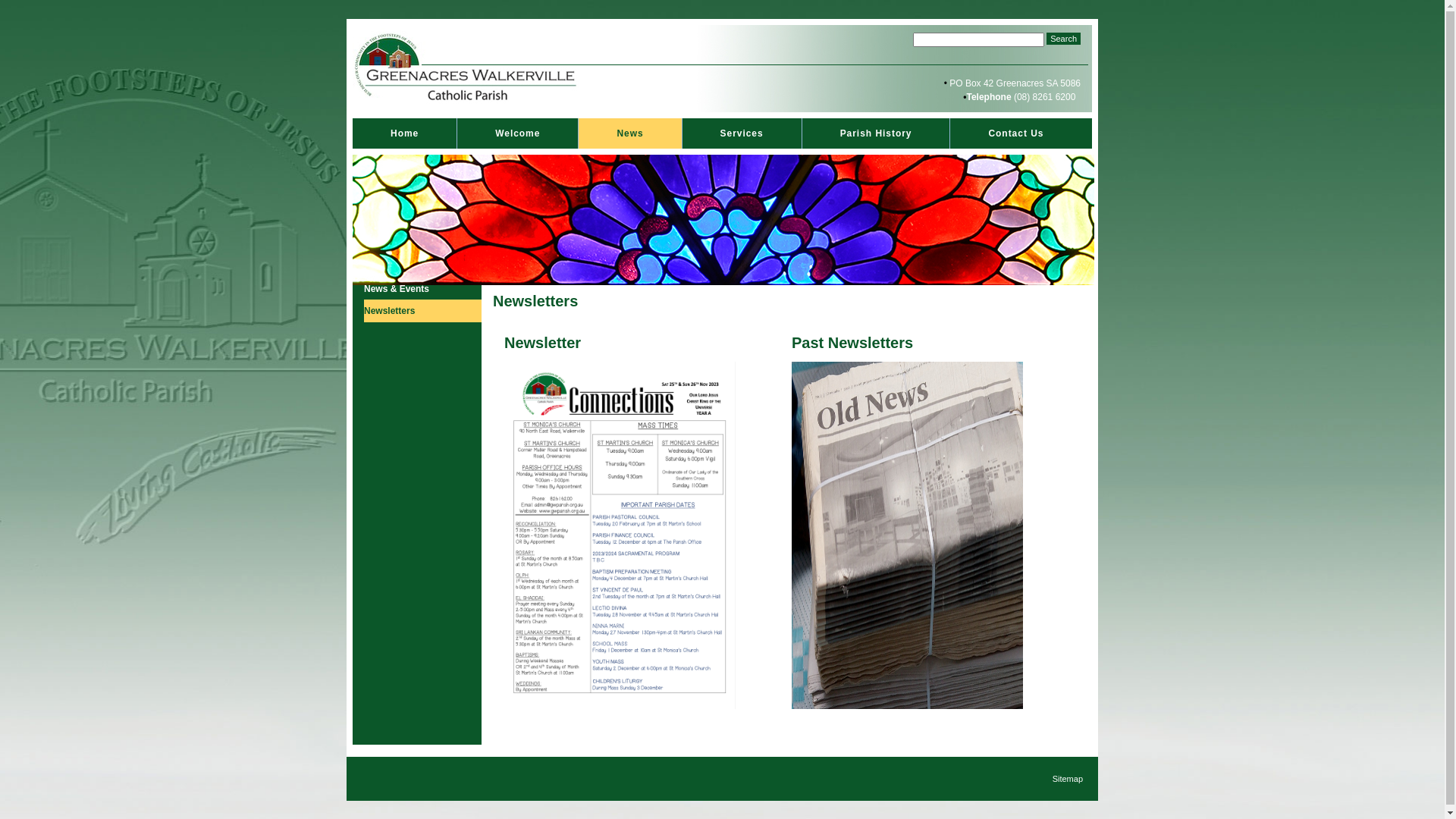 The image size is (1456, 819). What do you see at coordinates (1066, 778) in the screenshot?
I see `'Sitemap'` at bounding box center [1066, 778].